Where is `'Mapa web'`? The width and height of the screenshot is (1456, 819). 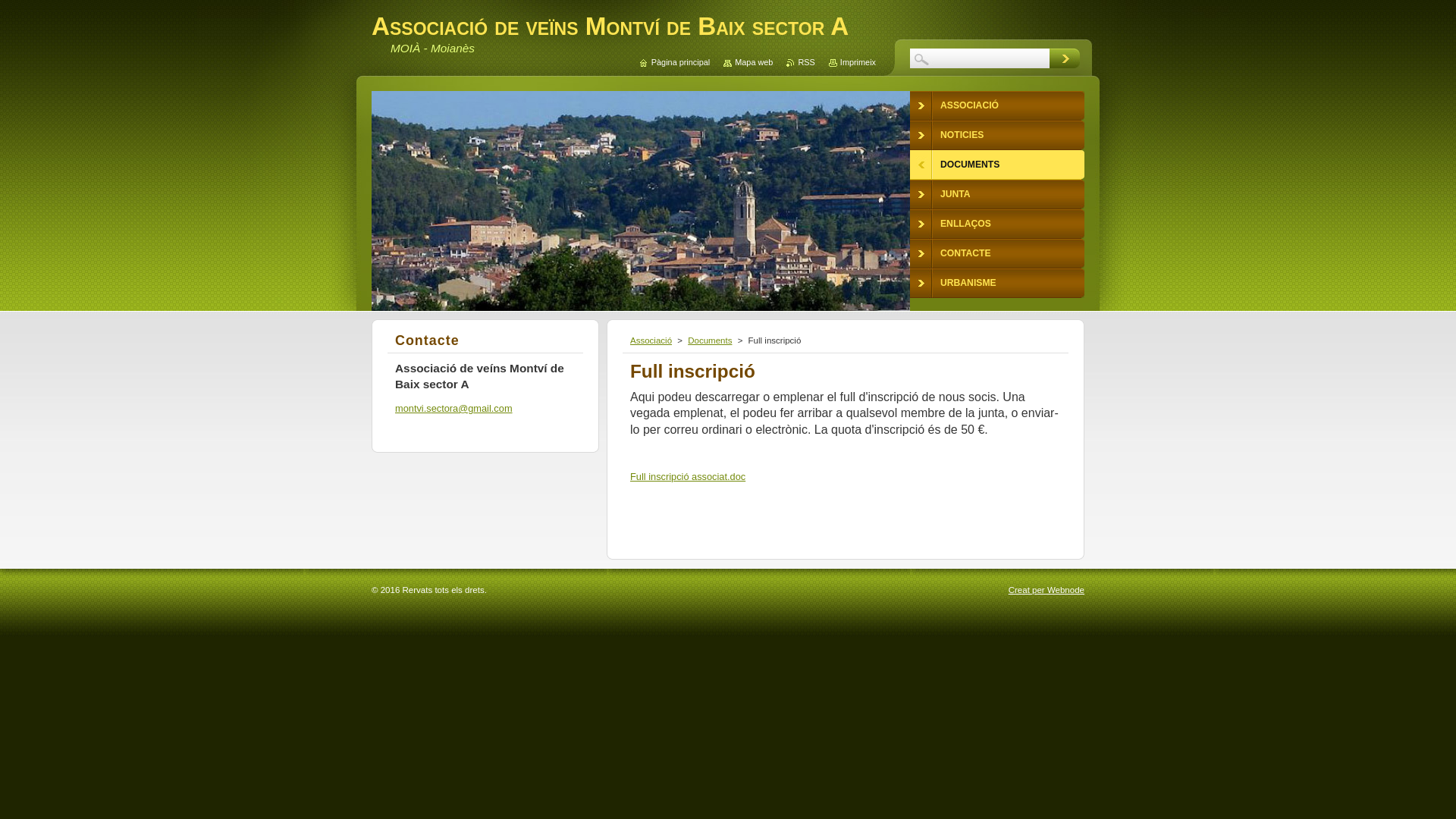 'Mapa web' is located at coordinates (748, 61).